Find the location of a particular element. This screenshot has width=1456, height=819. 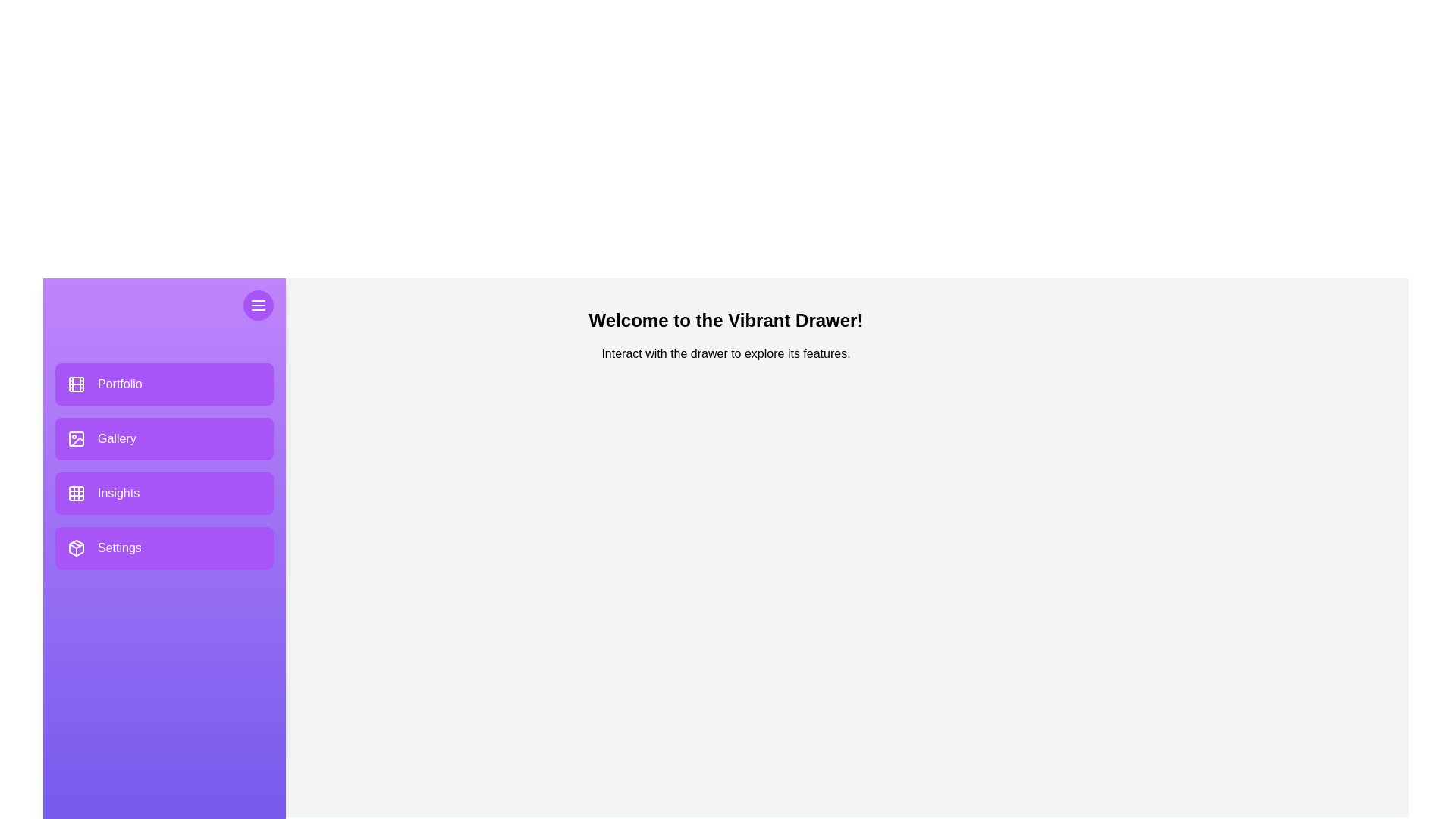

the 'Gallery' button to navigate to its section is located at coordinates (164, 438).